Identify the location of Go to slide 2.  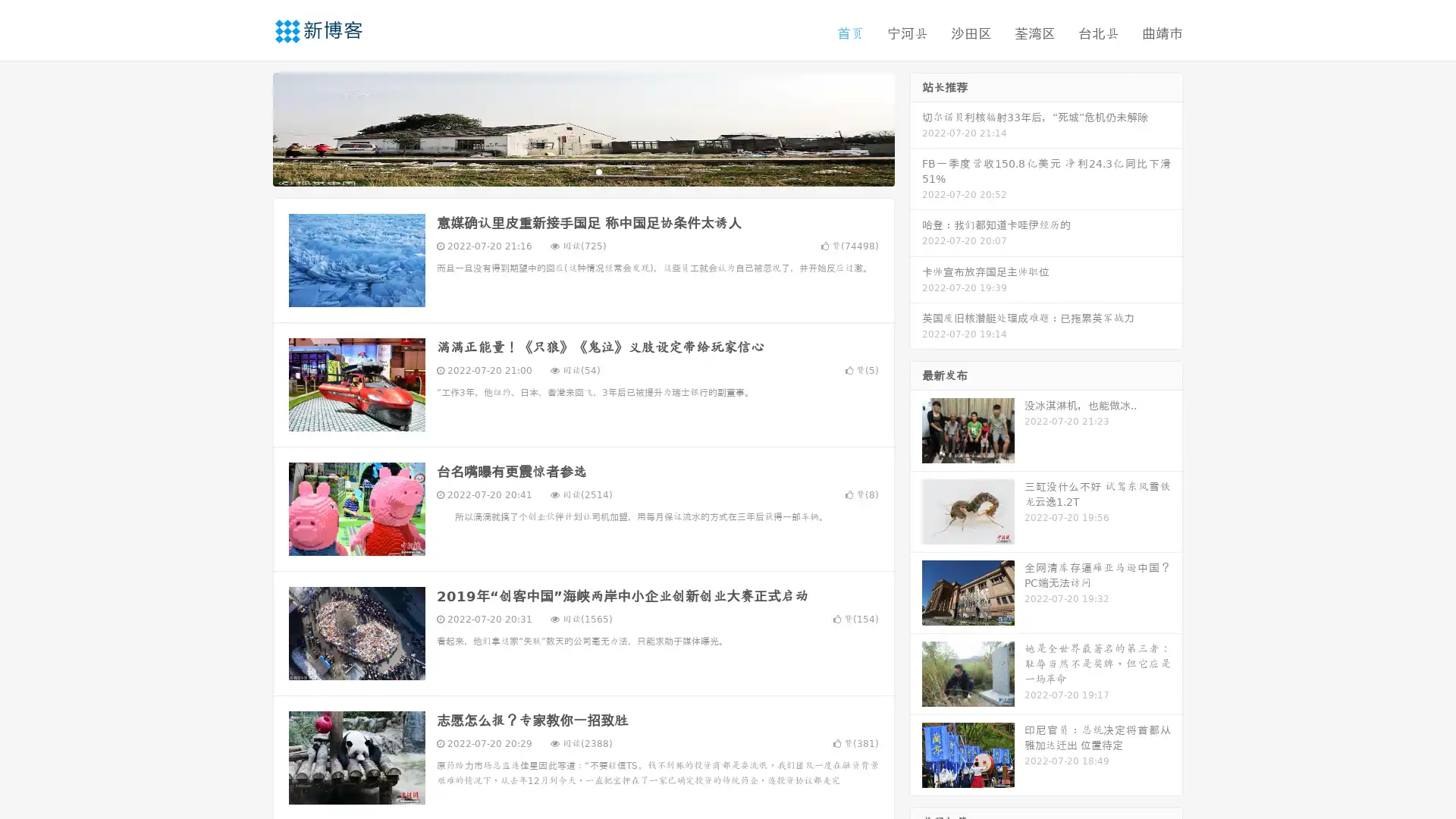
(582, 171).